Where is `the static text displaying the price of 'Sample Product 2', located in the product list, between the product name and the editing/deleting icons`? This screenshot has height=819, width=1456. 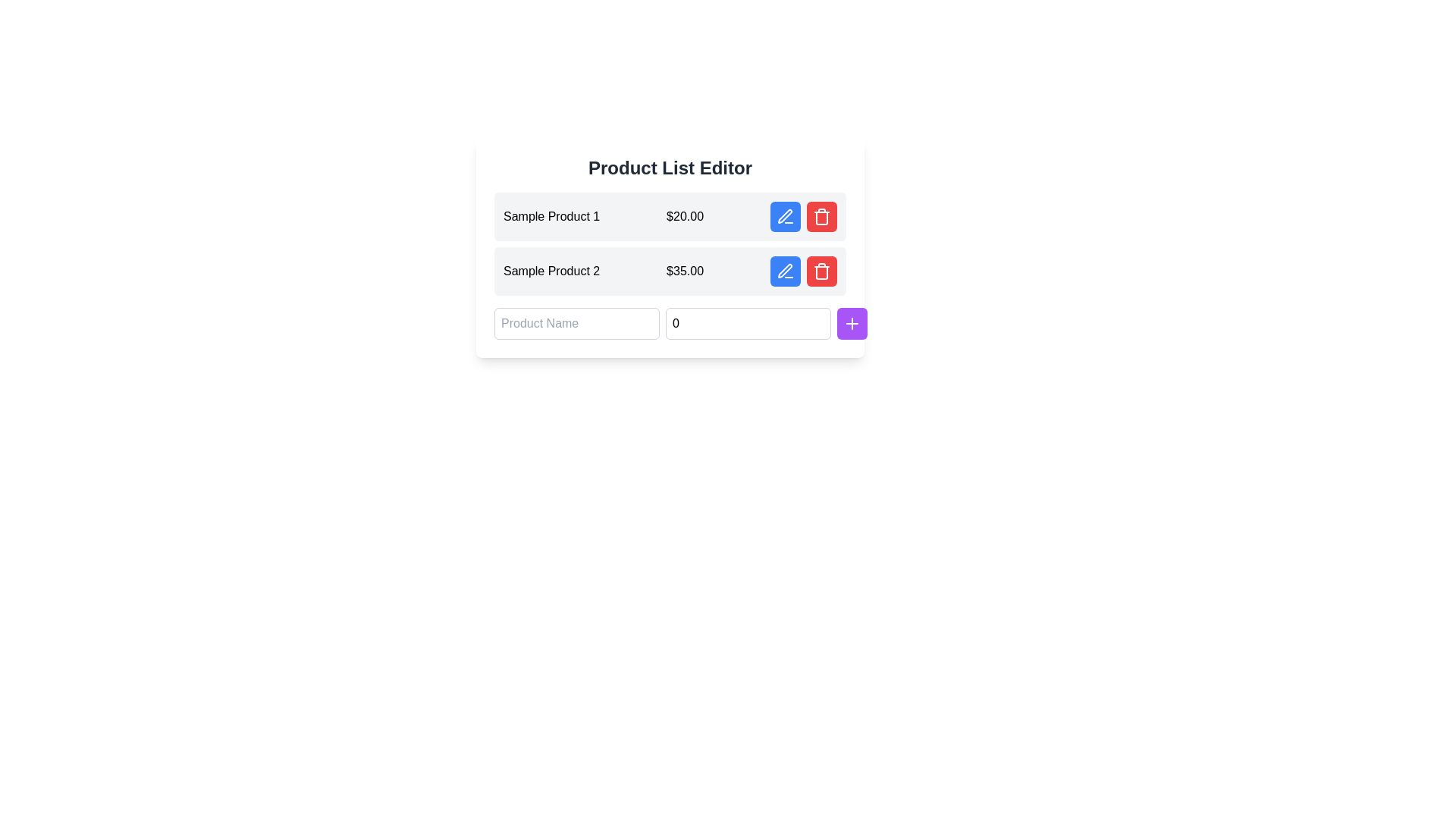
the static text displaying the price of 'Sample Product 2', located in the product list, between the product name and the editing/deleting icons is located at coordinates (684, 271).